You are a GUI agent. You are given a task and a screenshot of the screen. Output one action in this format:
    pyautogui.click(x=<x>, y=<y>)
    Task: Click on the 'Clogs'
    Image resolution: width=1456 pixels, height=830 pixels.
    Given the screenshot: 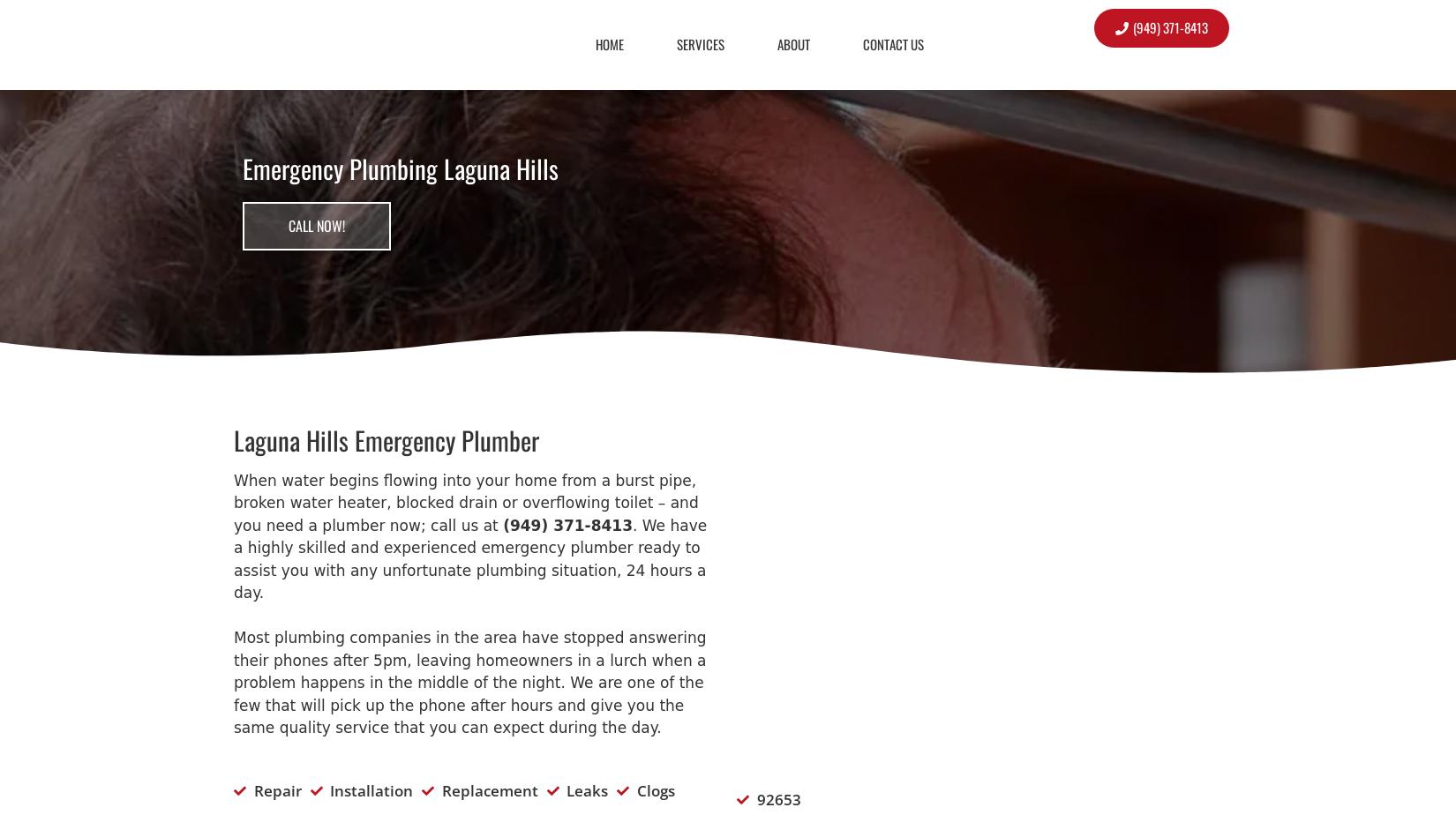 What is the action you would take?
    pyautogui.click(x=654, y=790)
    